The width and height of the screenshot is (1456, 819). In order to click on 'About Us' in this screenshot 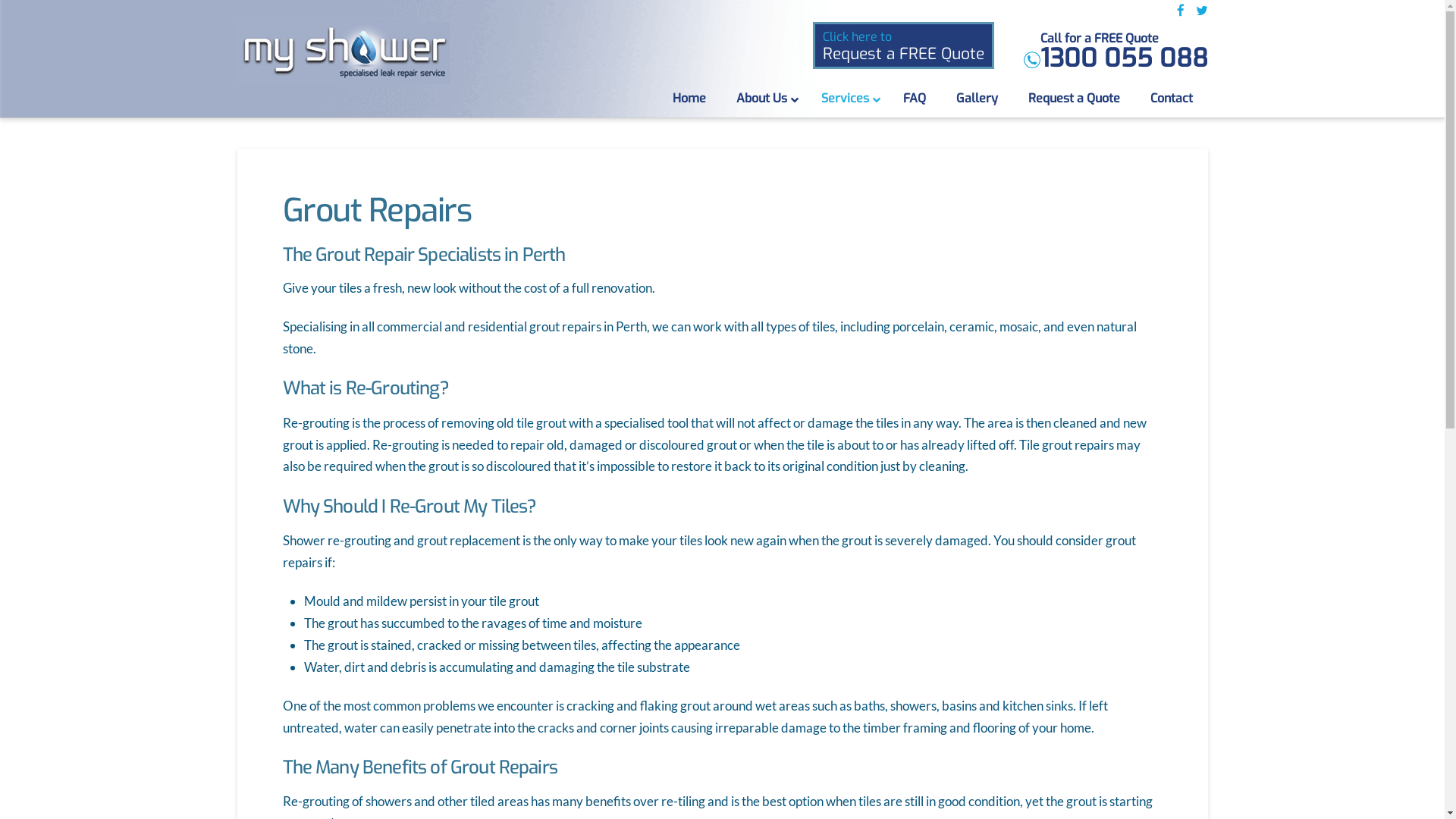, I will do `click(763, 99)`.